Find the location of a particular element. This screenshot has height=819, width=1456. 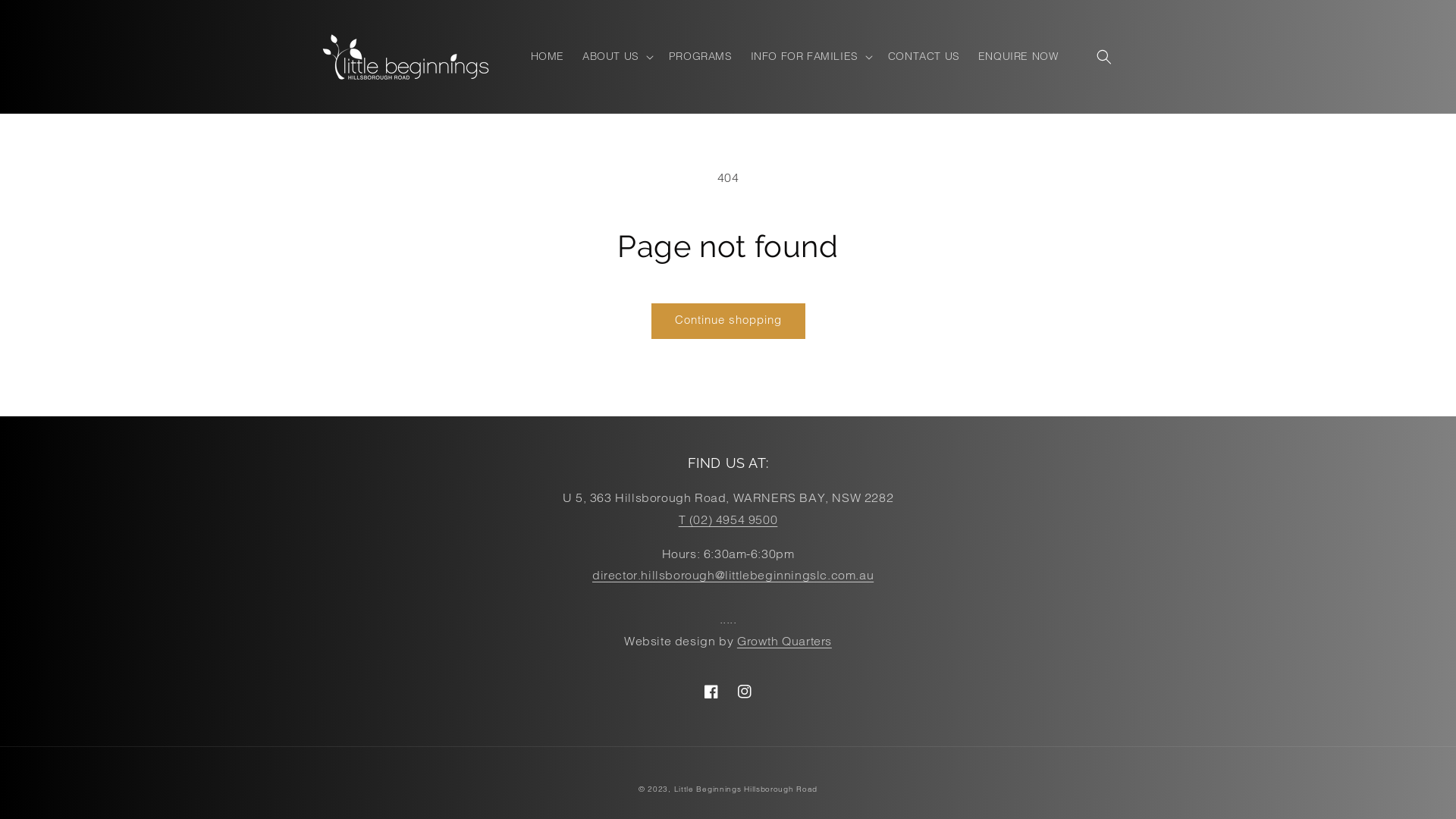

'director.hillsborough@littlebeginningslc.com.au' is located at coordinates (733, 575).